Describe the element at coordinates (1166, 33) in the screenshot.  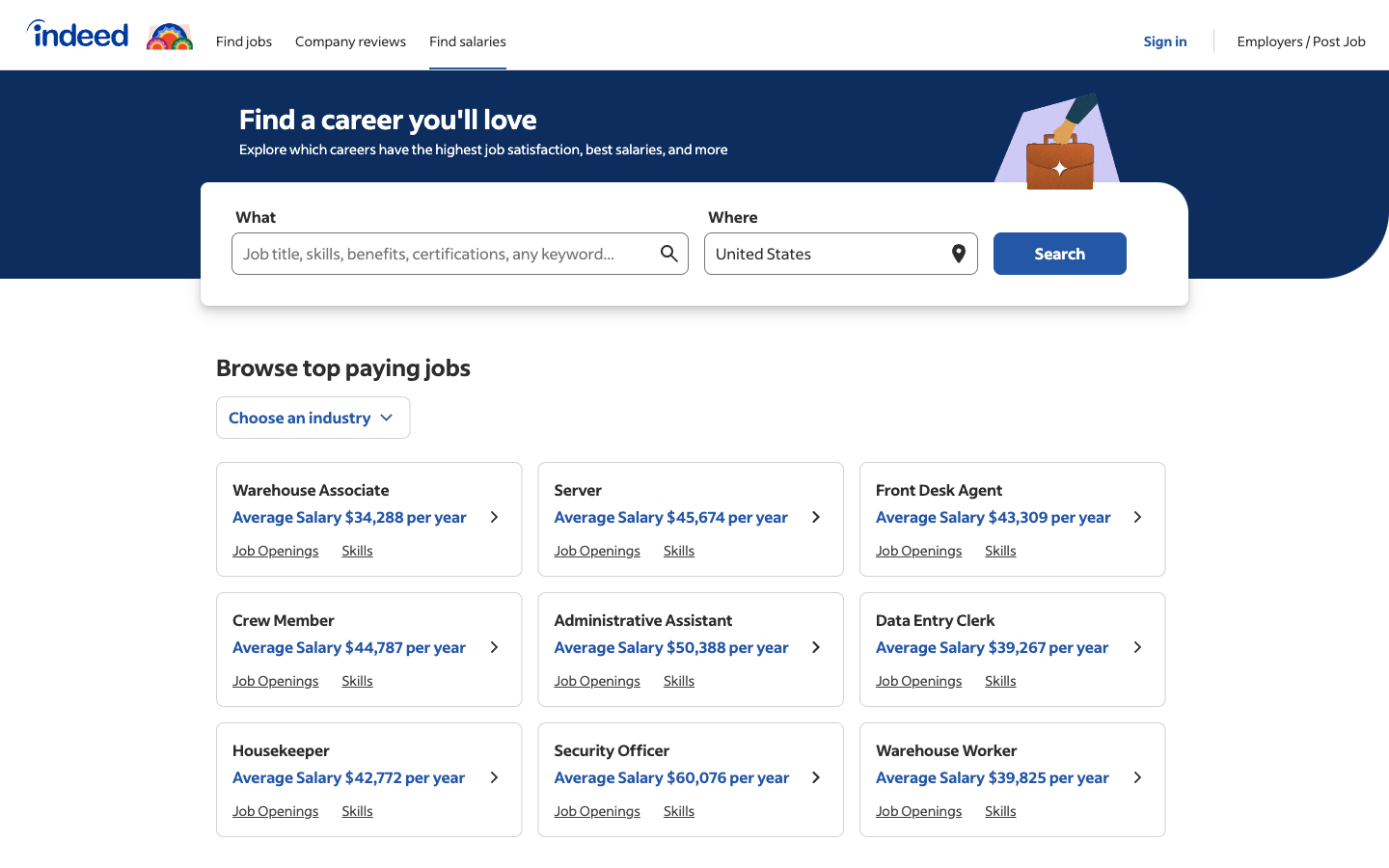
I see `Go to the Sign In page` at that location.